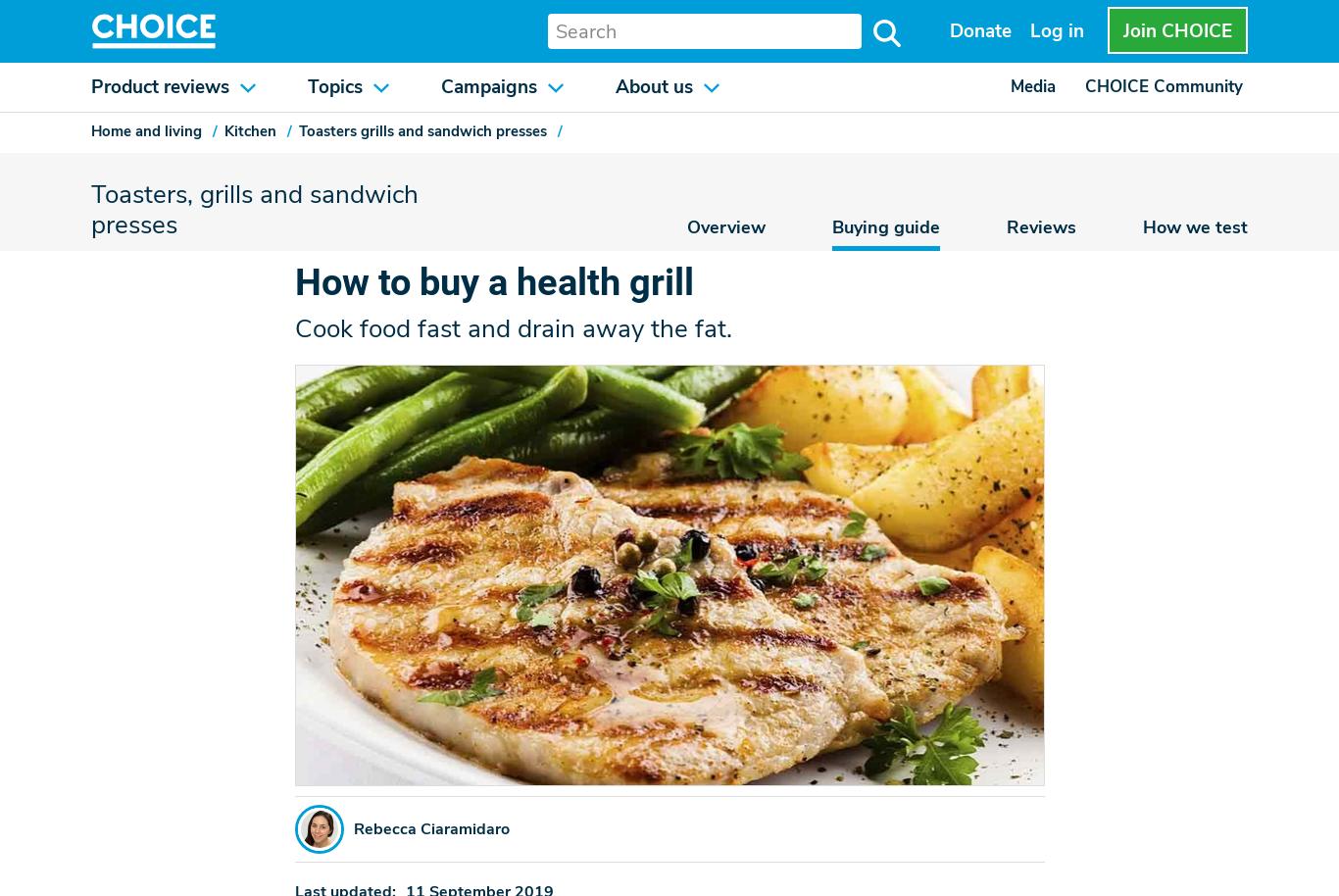  I want to click on 'Log in', so click(1028, 30).